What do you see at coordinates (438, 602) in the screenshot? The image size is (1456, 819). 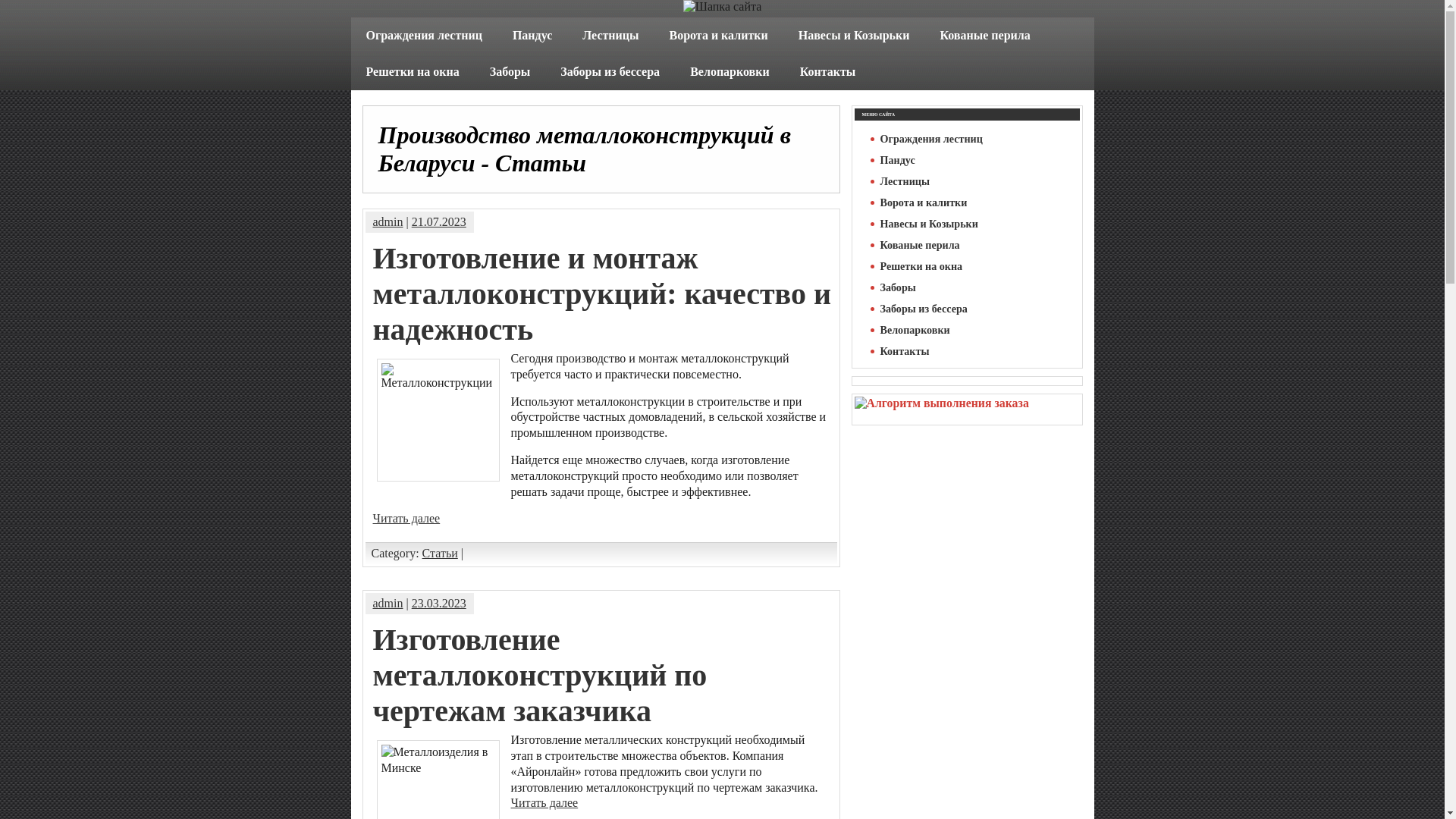 I see `'23.03.2023'` at bounding box center [438, 602].